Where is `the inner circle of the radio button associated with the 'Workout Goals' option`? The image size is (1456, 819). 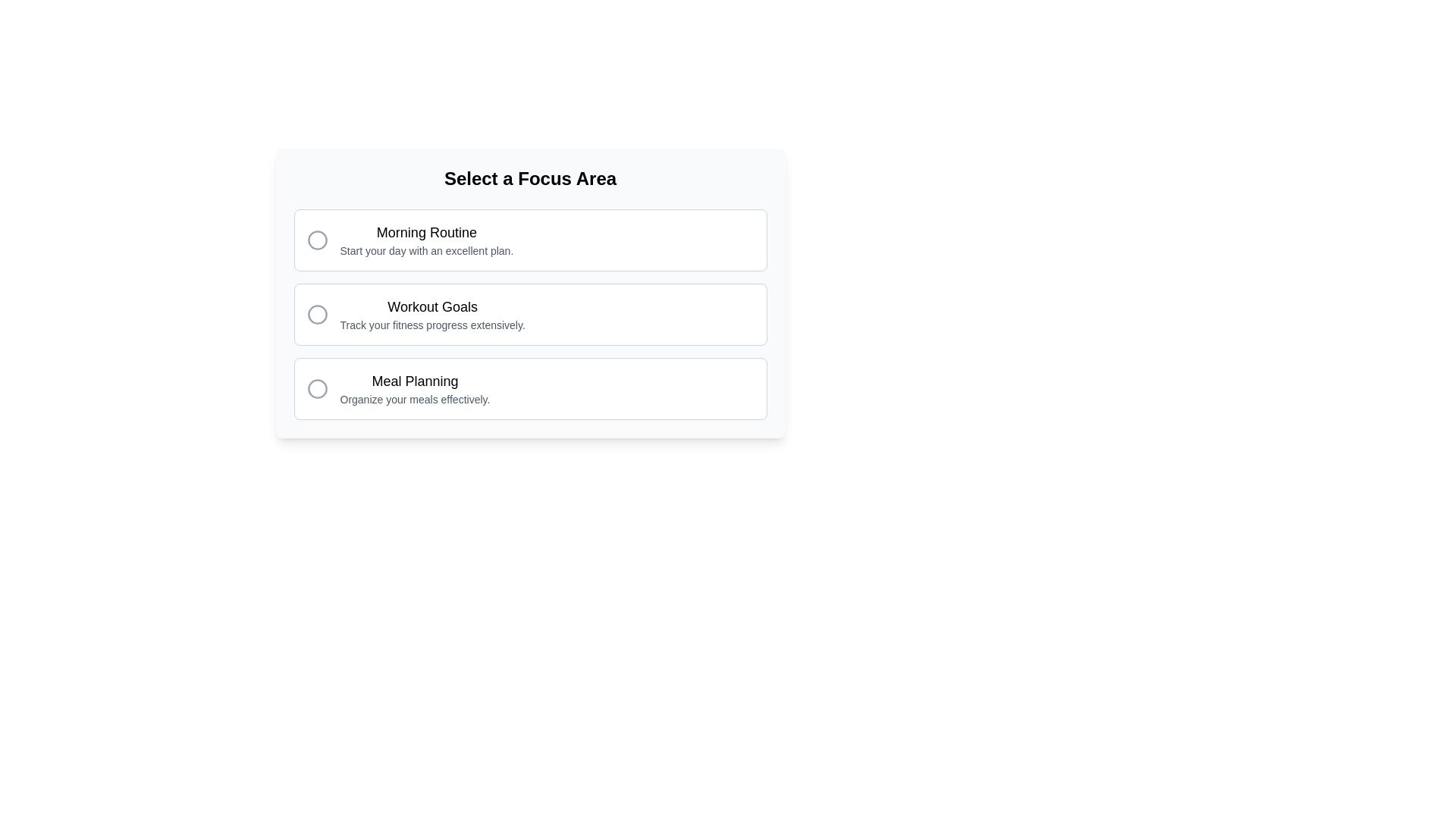 the inner circle of the radio button associated with the 'Workout Goals' option is located at coordinates (316, 314).